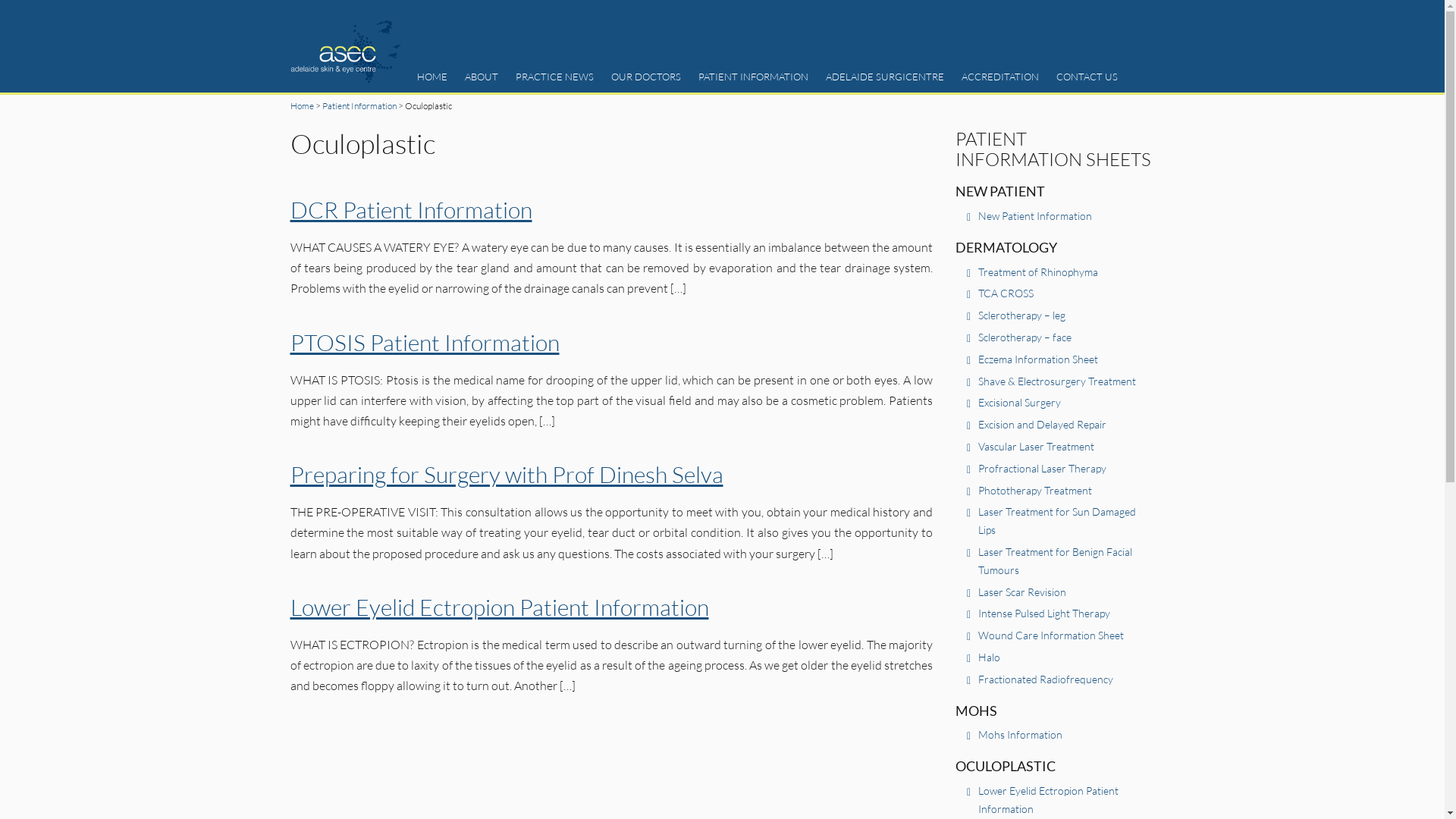 Image resolution: width=1456 pixels, height=819 pixels. Describe the element at coordinates (978, 490) in the screenshot. I see `'Phototherapy Treatment'` at that location.